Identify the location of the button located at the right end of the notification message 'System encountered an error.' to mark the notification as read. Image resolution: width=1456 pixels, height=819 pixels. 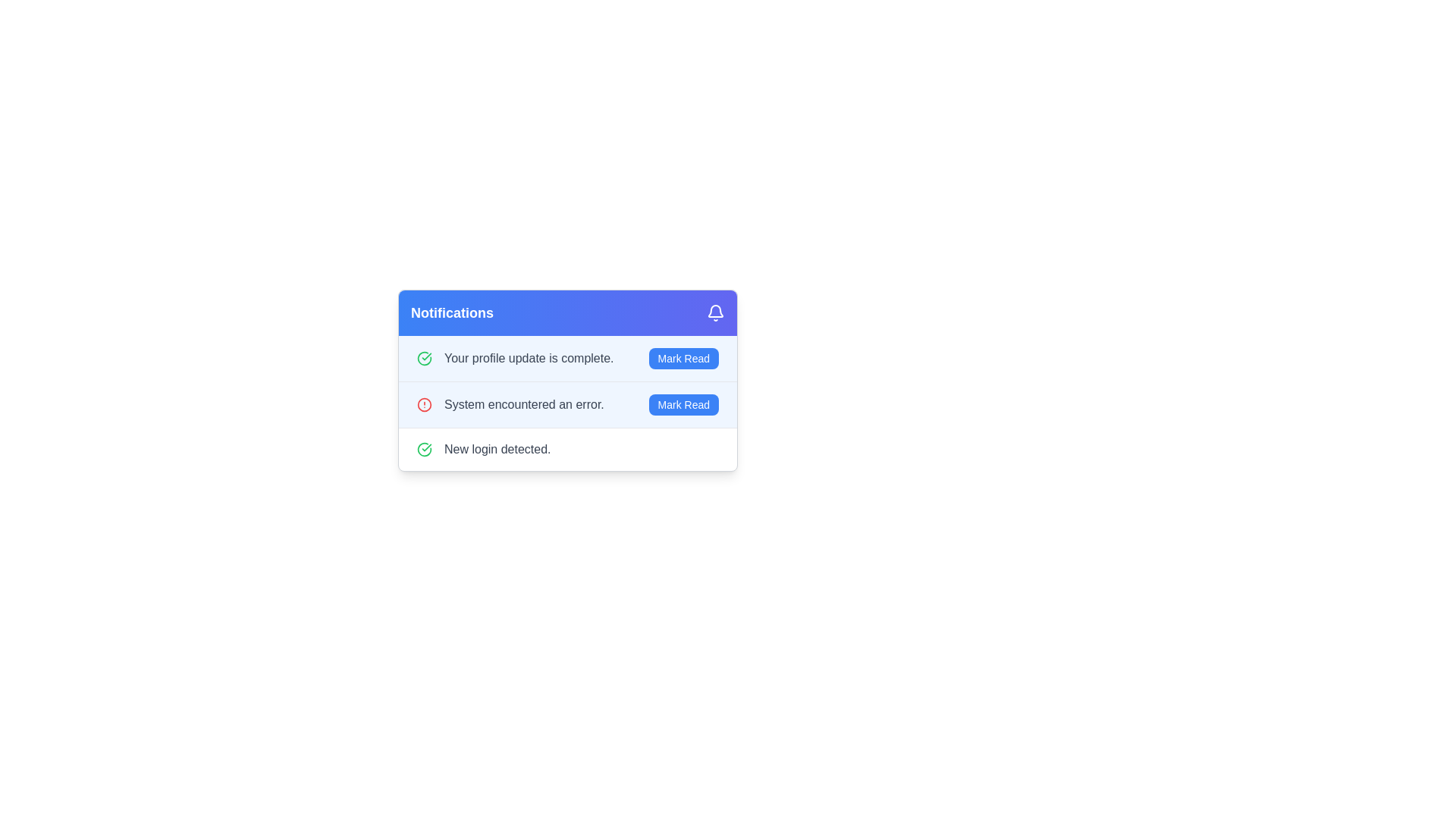
(682, 403).